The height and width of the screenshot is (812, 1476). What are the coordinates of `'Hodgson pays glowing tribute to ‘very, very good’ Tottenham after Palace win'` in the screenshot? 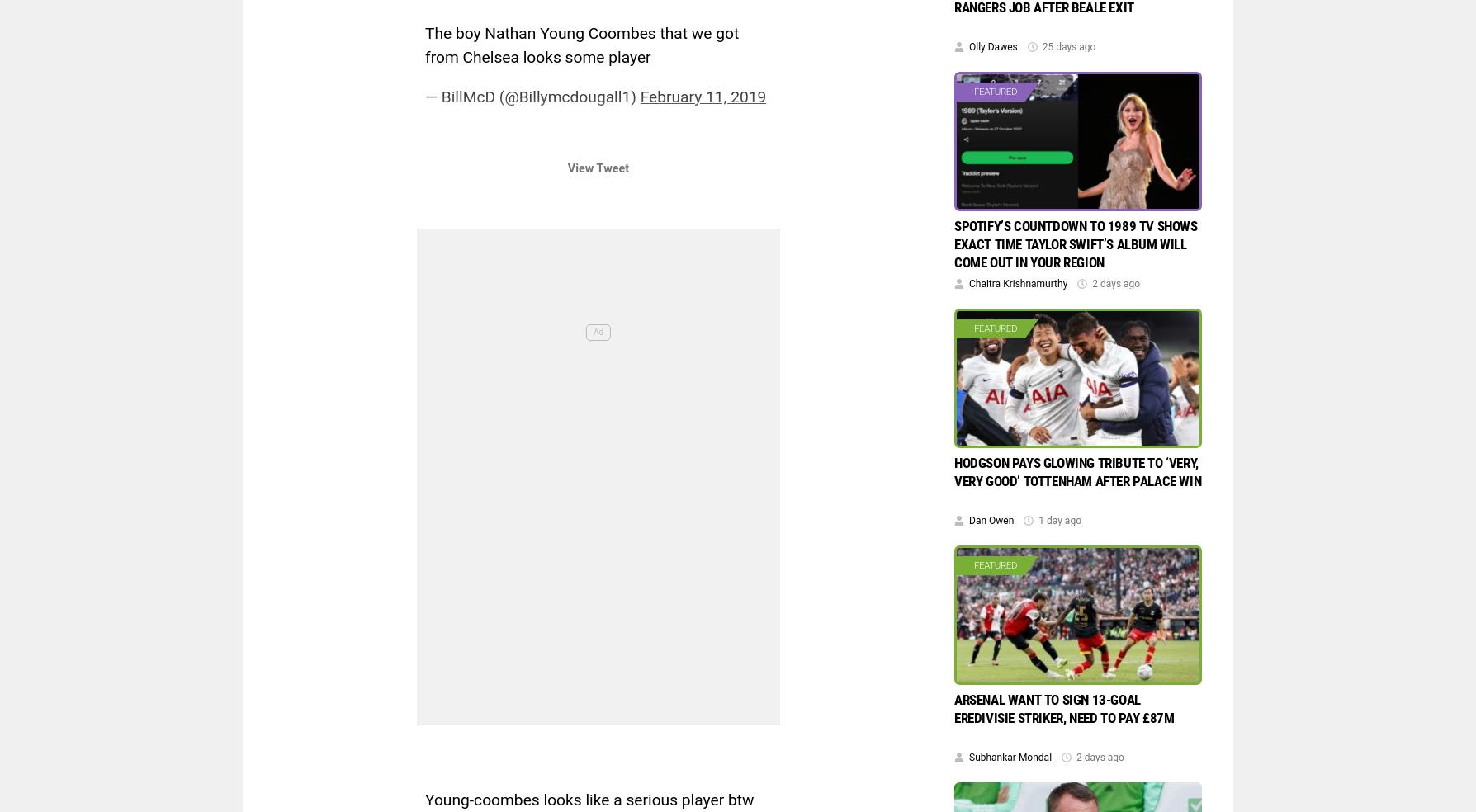 It's located at (1076, 470).